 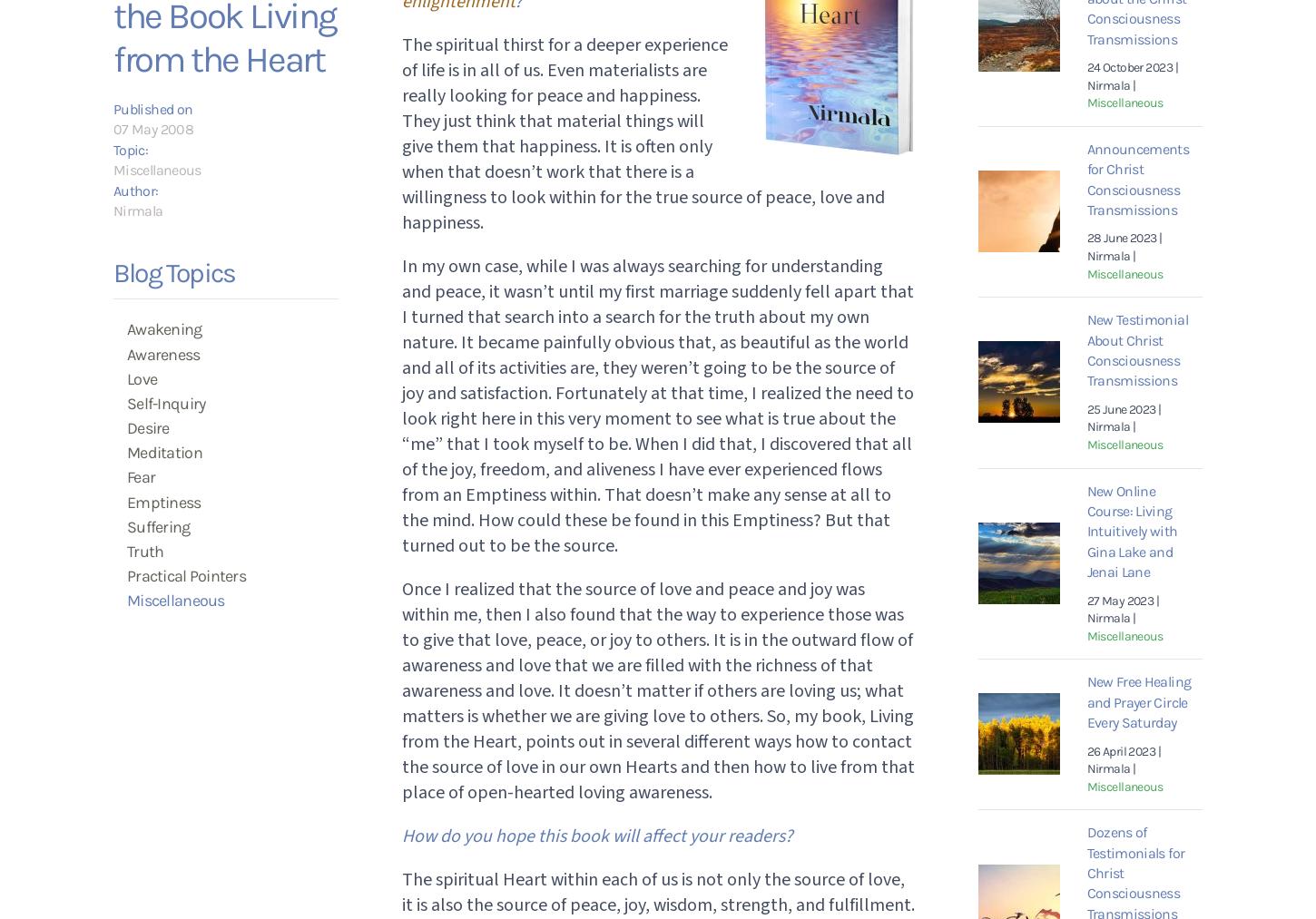 I want to click on '24 October 2023', so click(x=1085, y=66).